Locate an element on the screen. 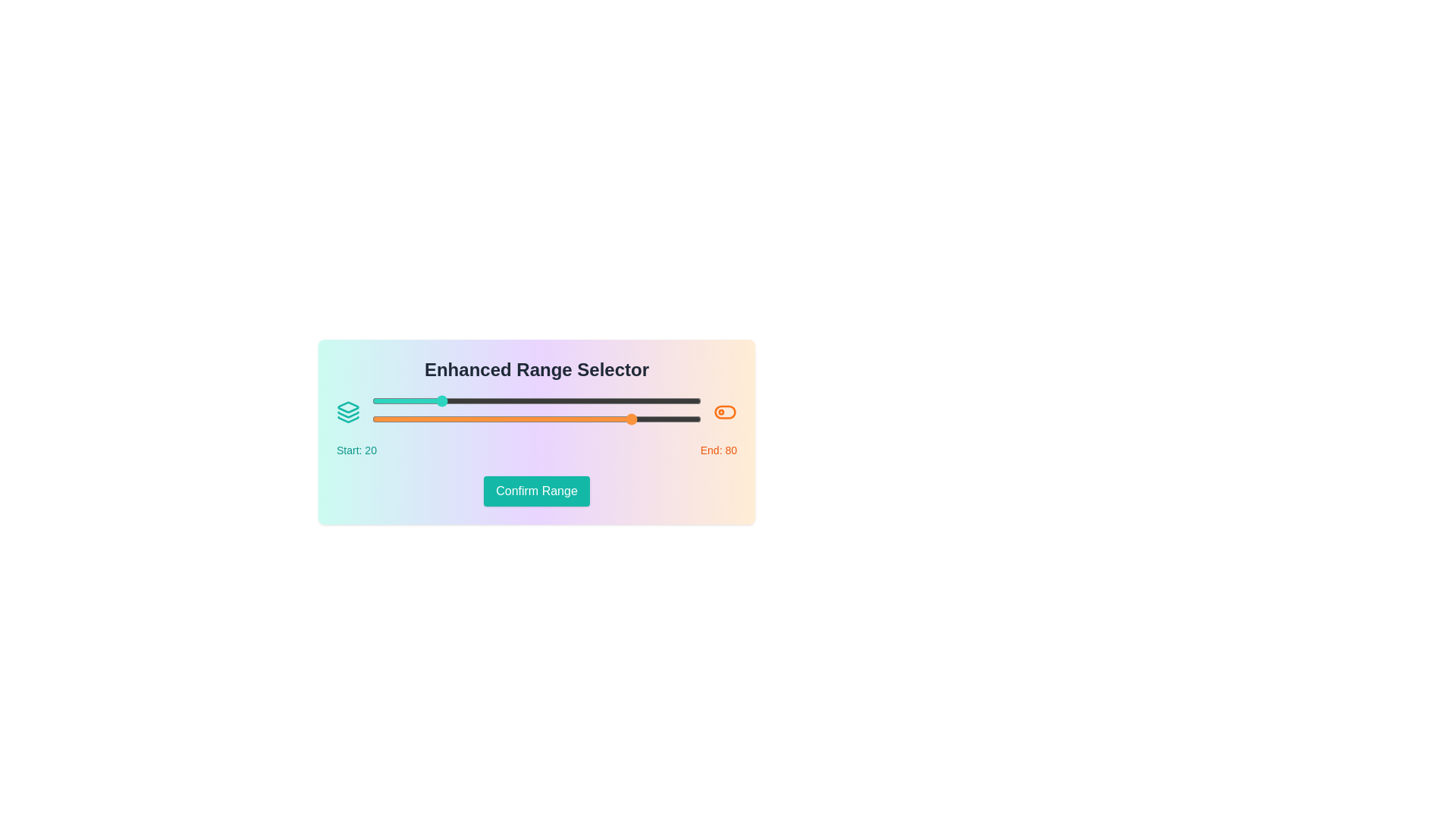 The width and height of the screenshot is (1456, 819). the topmost triangular icon element representing layers in the top-left corner of the interface is located at coordinates (347, 406).